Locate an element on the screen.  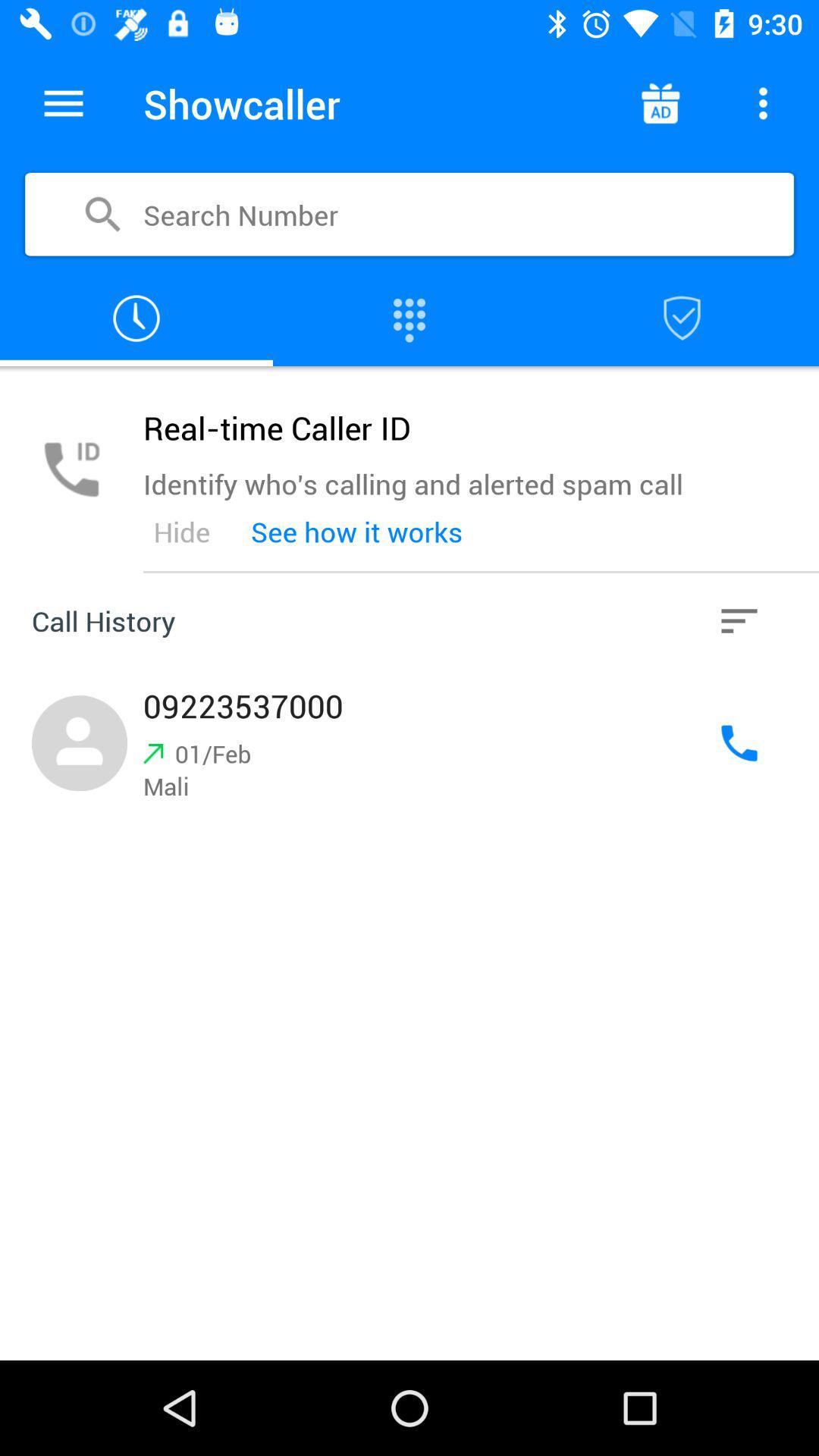
call history is located at coordinates (136, 318).